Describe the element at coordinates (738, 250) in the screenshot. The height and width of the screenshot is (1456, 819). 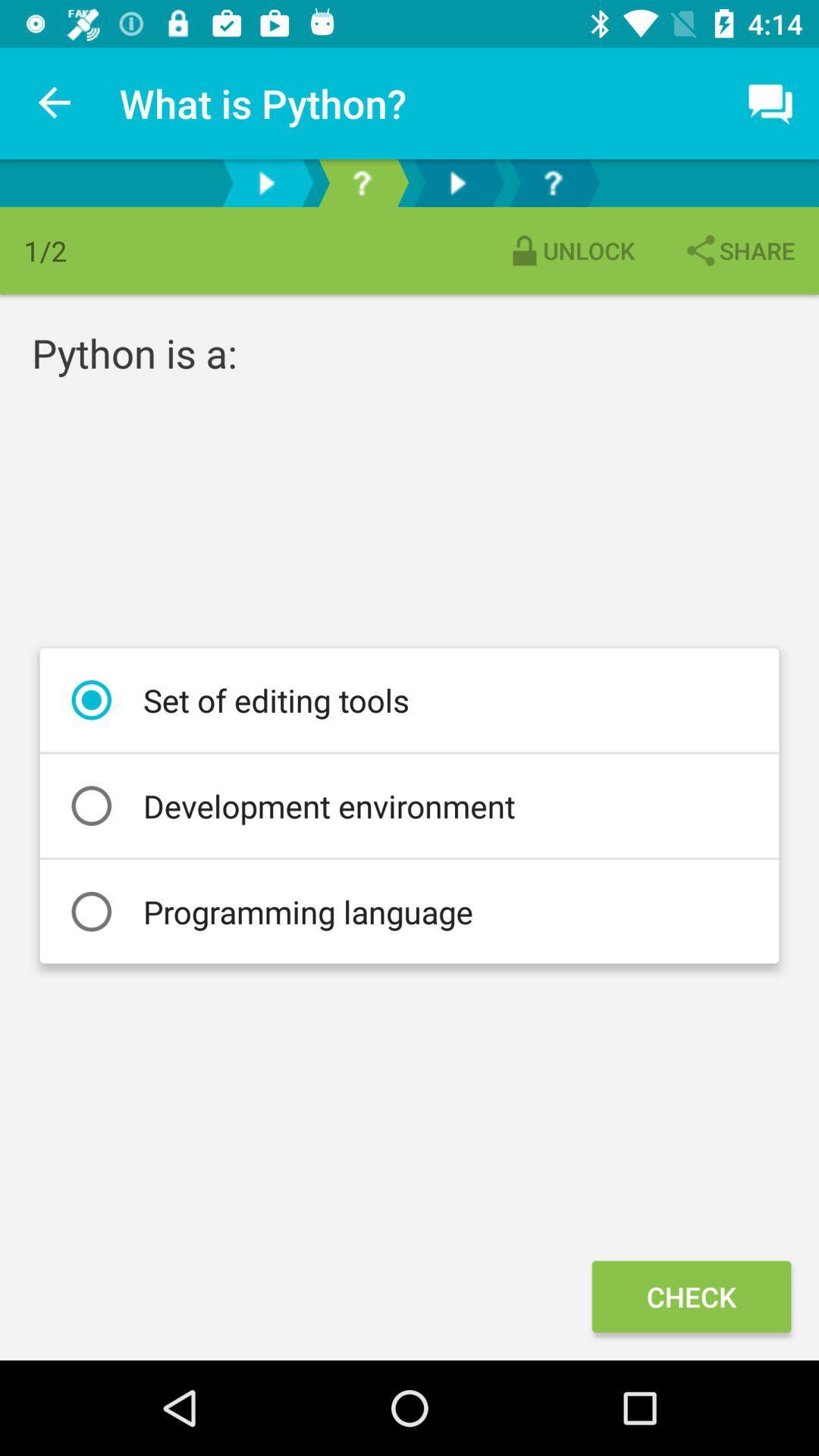
I see `the item next to unlock item` at that location.